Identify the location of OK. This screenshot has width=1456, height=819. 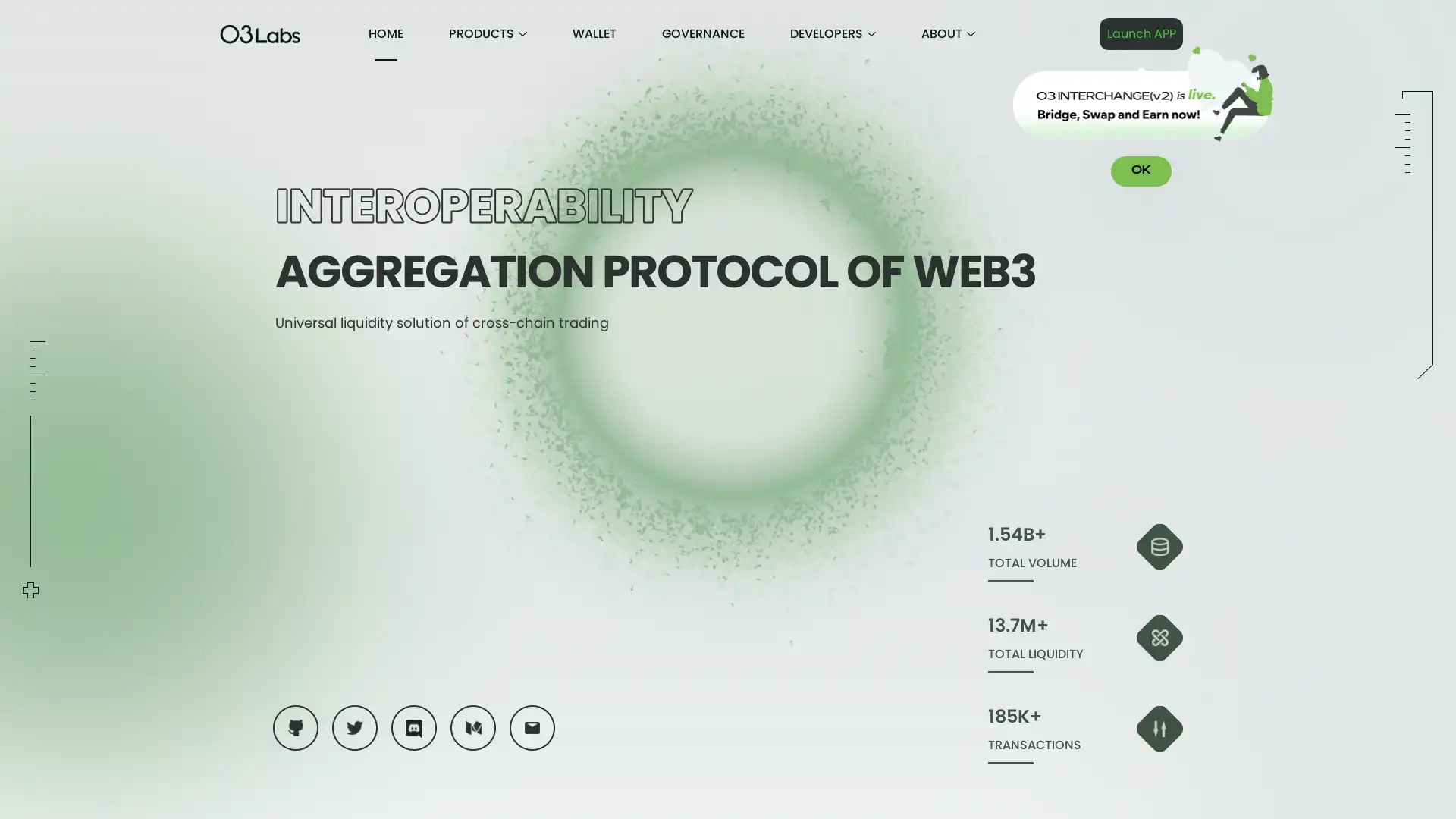
(1141, 171).